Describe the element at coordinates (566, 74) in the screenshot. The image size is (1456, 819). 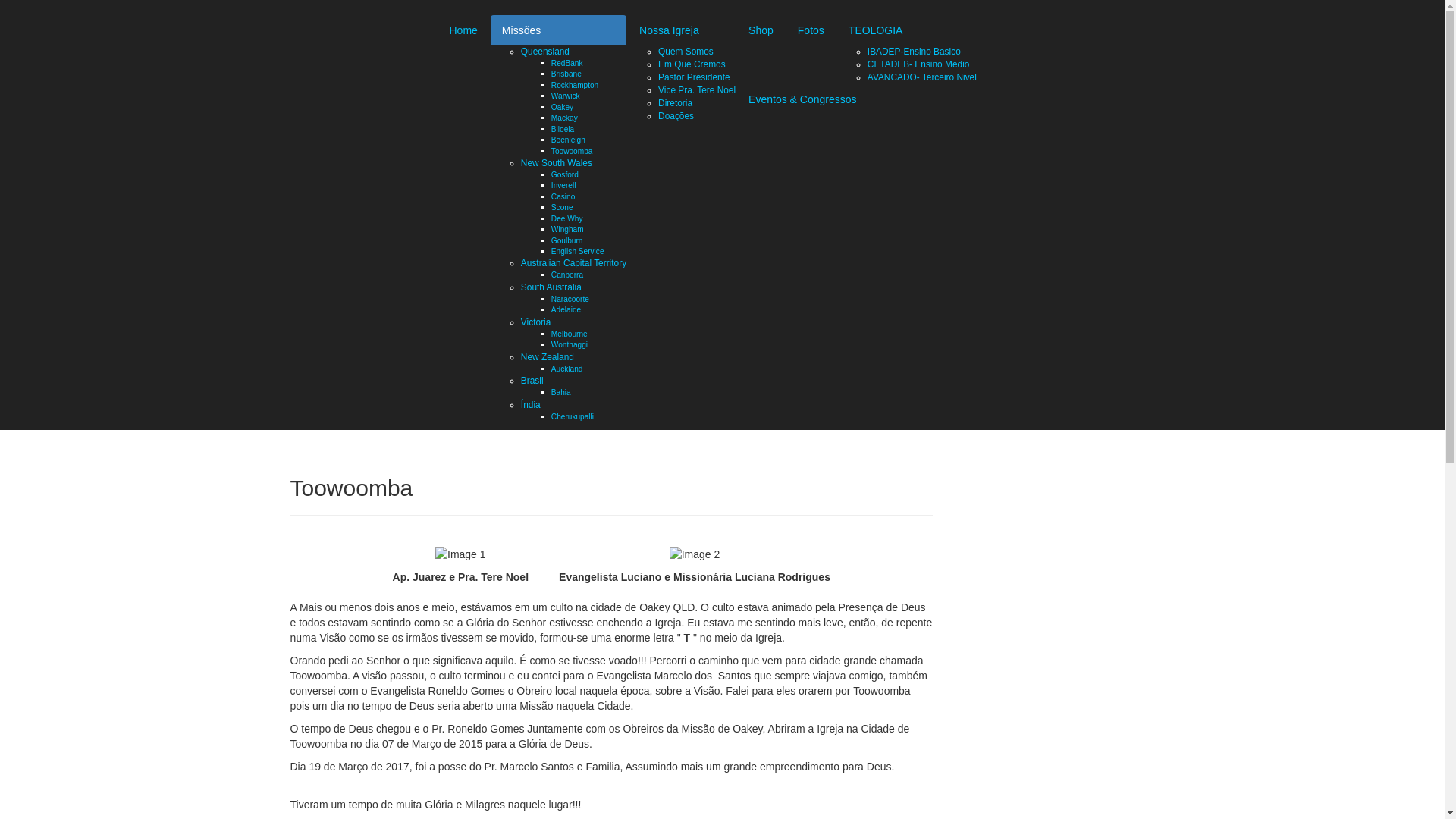
I see `'Brisbane'` at that location.